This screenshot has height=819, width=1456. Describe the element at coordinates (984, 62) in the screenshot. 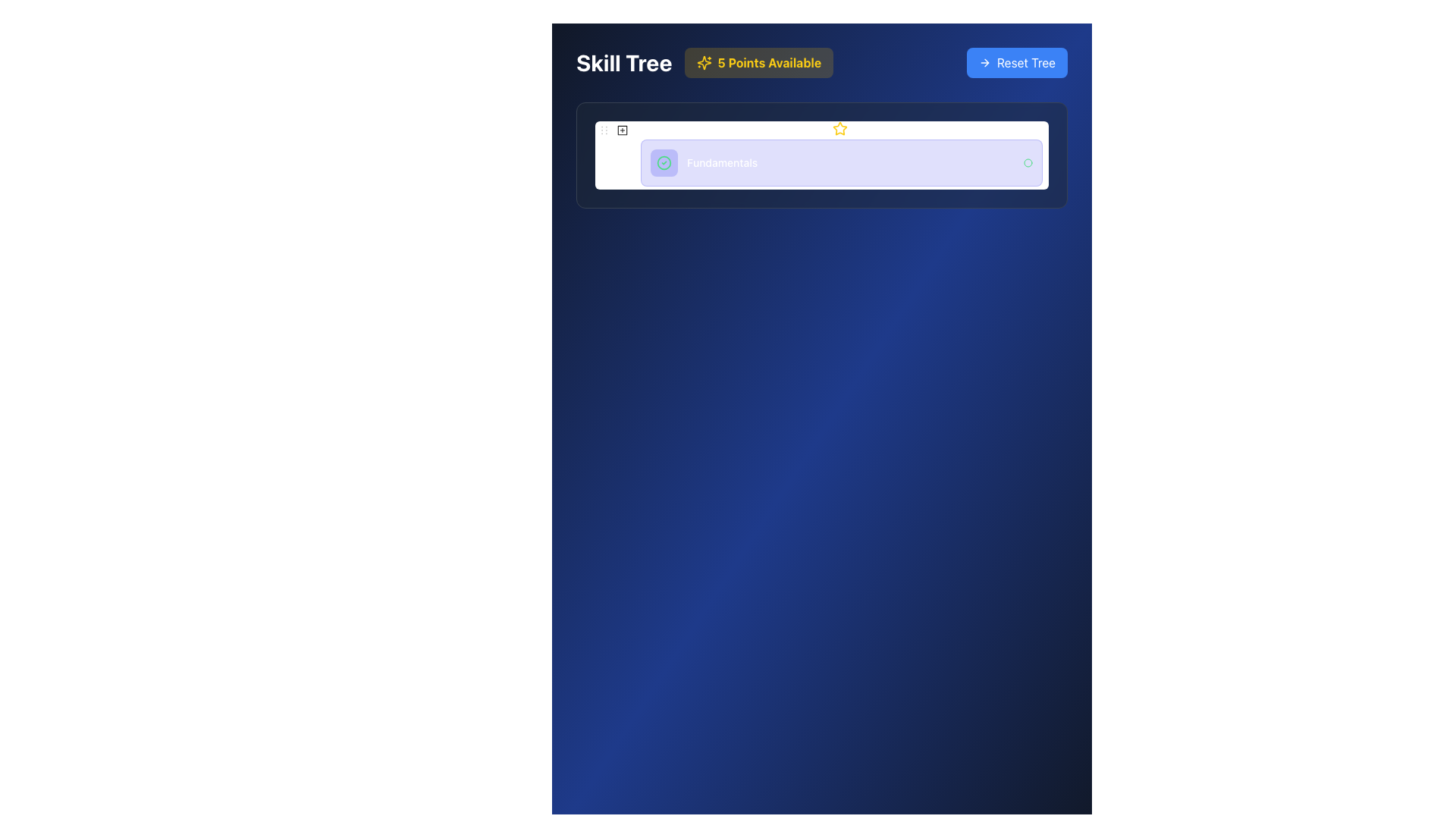

I see `the icon located on the far left side of the 'Reset Tree' button, which indicates a reset action` at that location.